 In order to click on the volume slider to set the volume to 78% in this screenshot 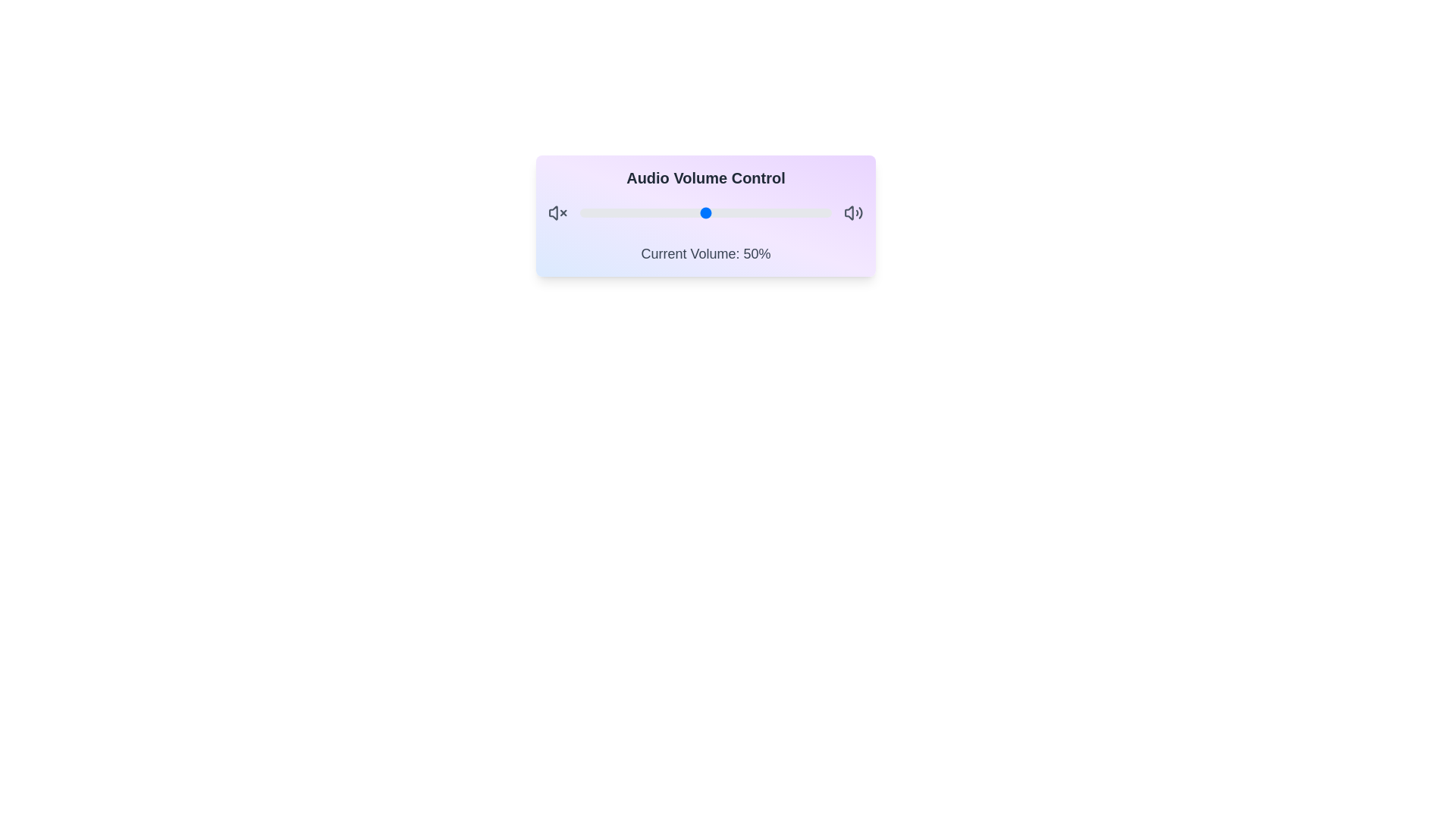, I will do `click(777, 213)`.